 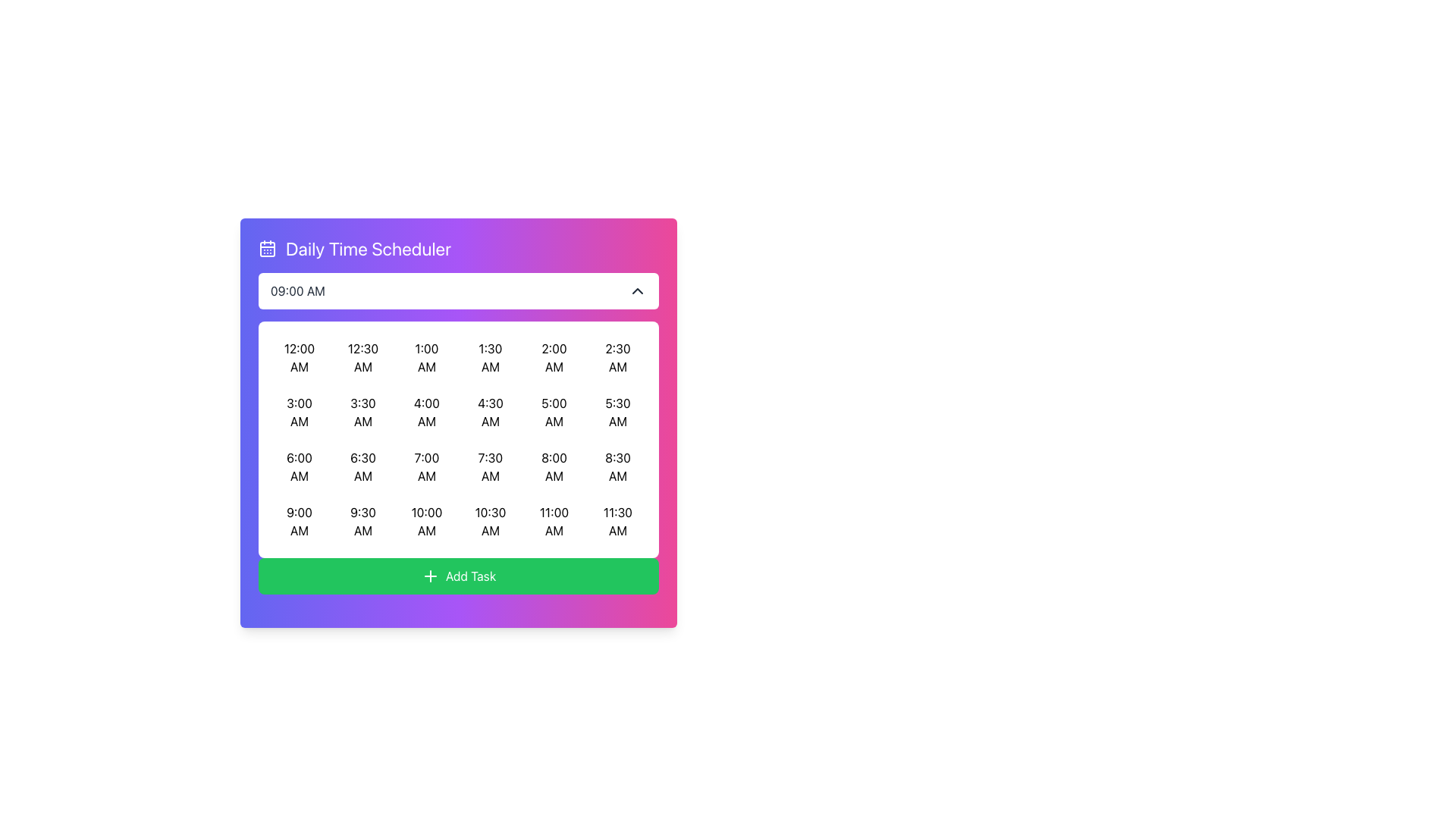 I want to click on the time indicator button displaying '10:00 AM', so click(x=425, y=520).